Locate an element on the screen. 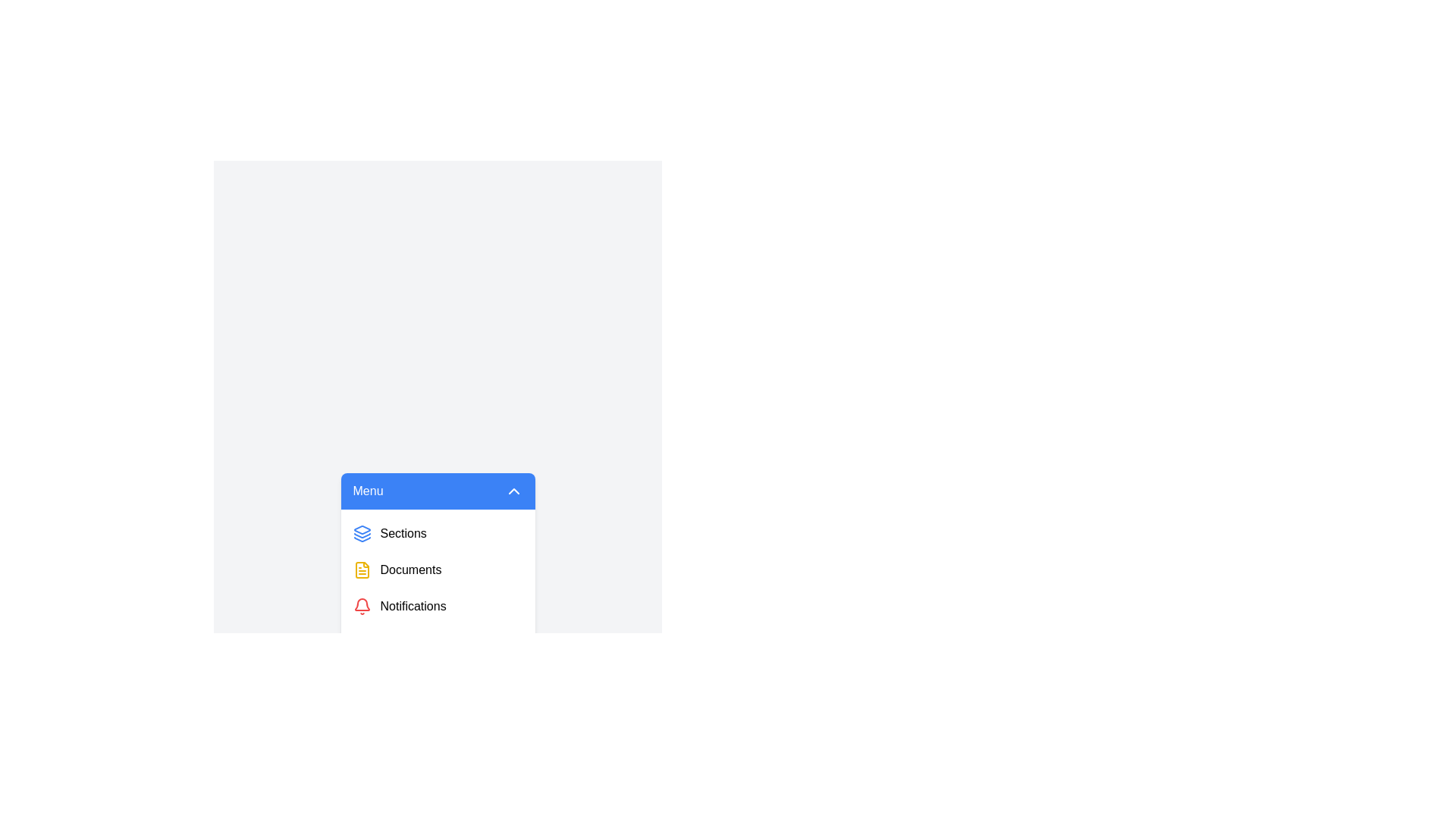 This screenshot has height=819, width=1456. the menu bar to toggle the menu visibility is located at coordinates (437, 491).